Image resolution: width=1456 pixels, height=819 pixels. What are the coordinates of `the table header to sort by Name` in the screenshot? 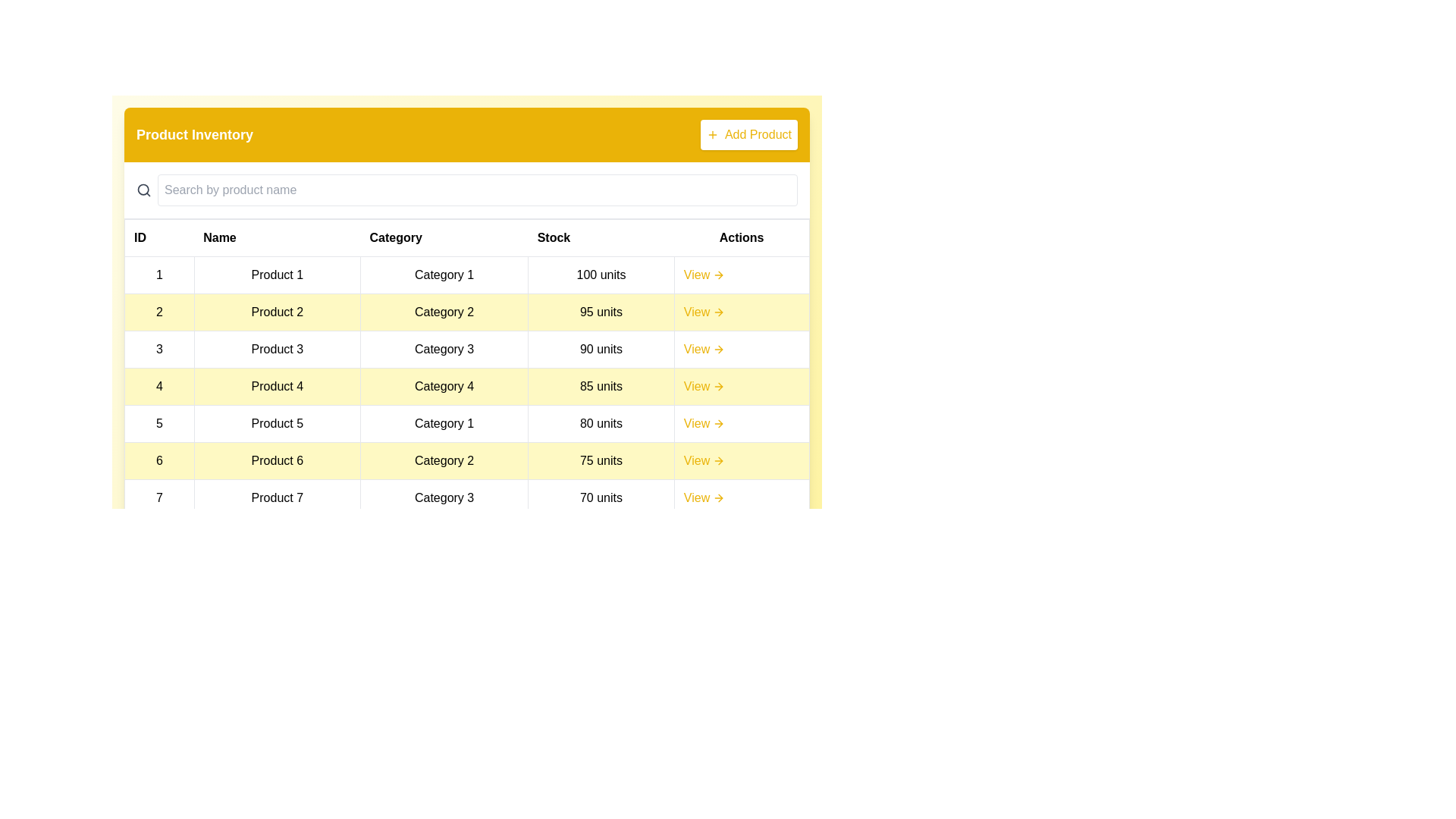 It's located at (276, 237).